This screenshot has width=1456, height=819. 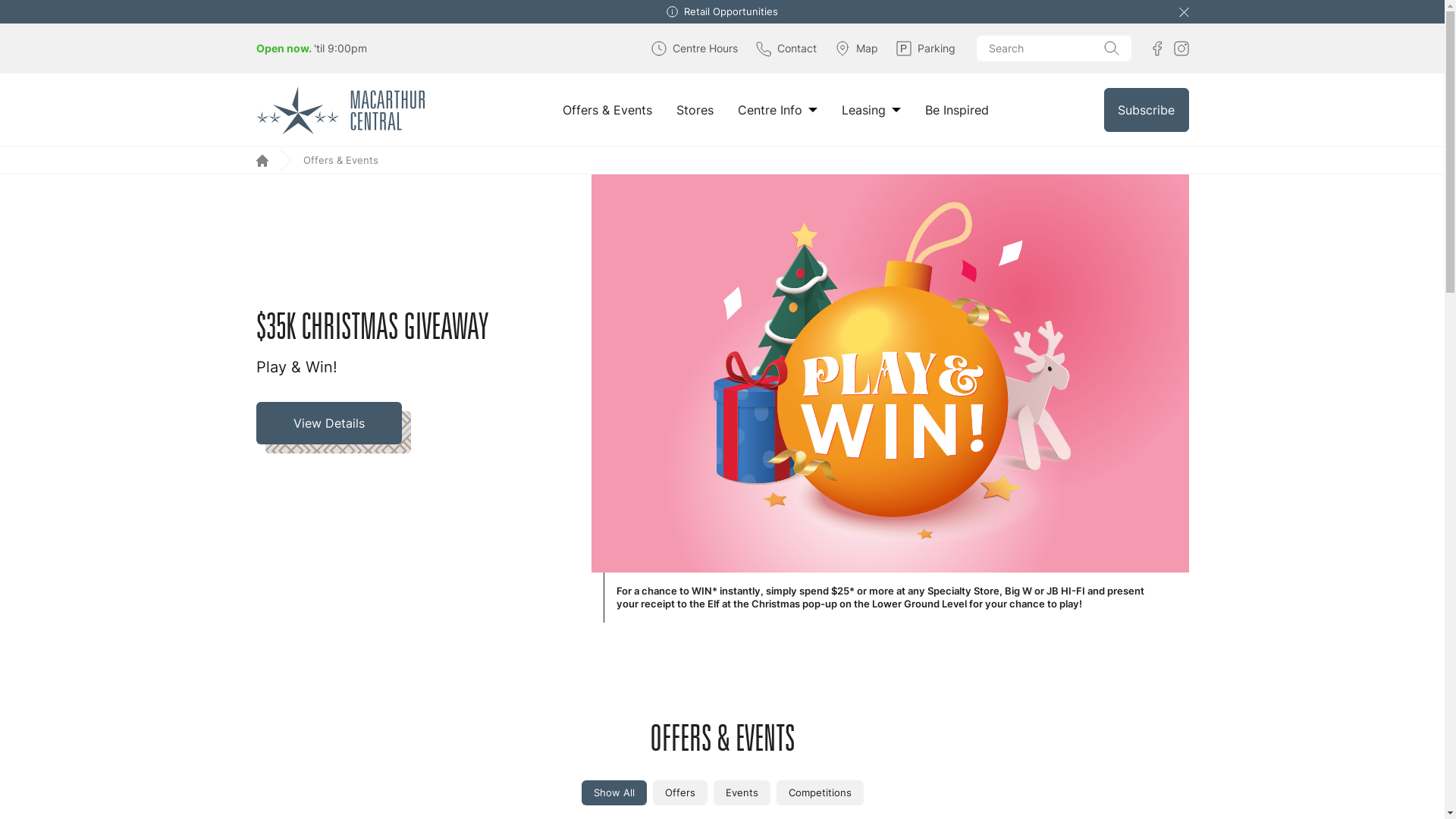 What do you see at coordinates (311, 47) in the screenshot?
I see `'Open now. 'til 9:00pm'` at bounding box center [311, 47].